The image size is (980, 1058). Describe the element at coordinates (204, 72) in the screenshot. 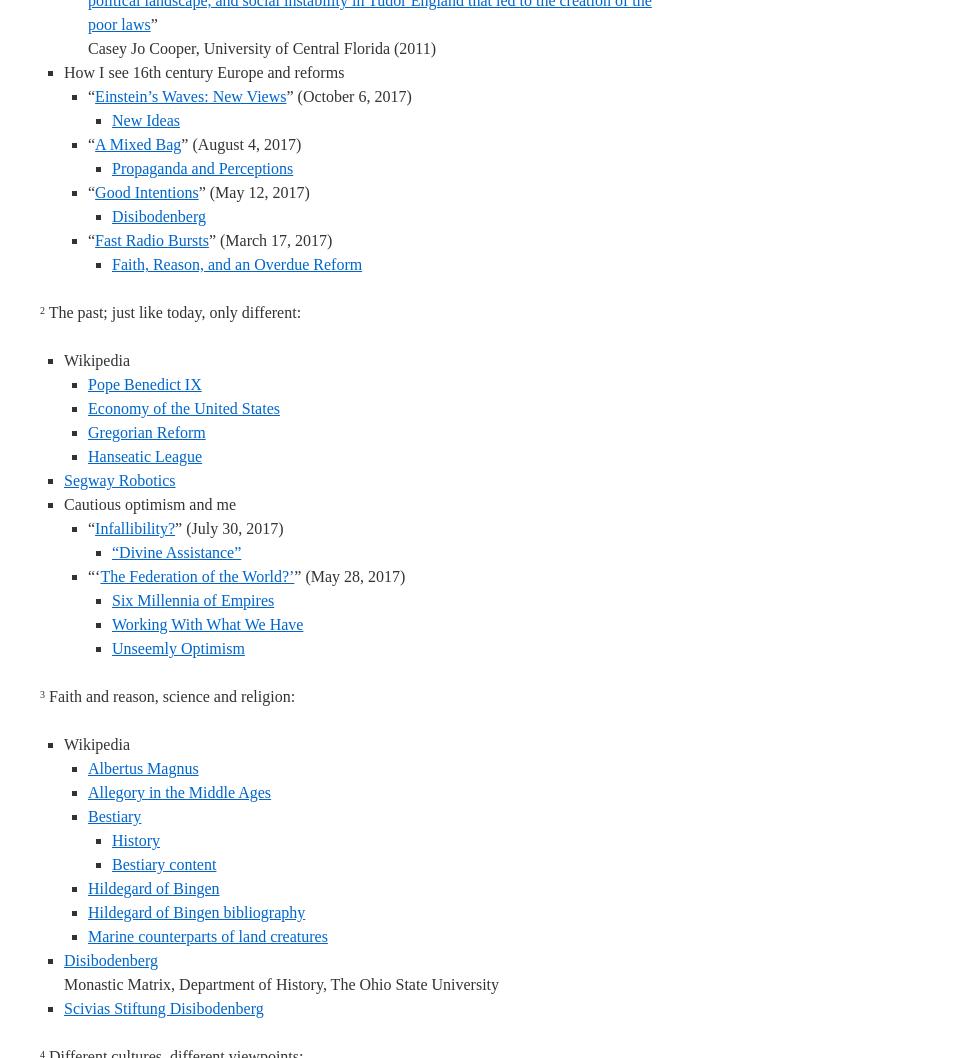

I see `'How I see 16th century Europe and reforms'` at that location.